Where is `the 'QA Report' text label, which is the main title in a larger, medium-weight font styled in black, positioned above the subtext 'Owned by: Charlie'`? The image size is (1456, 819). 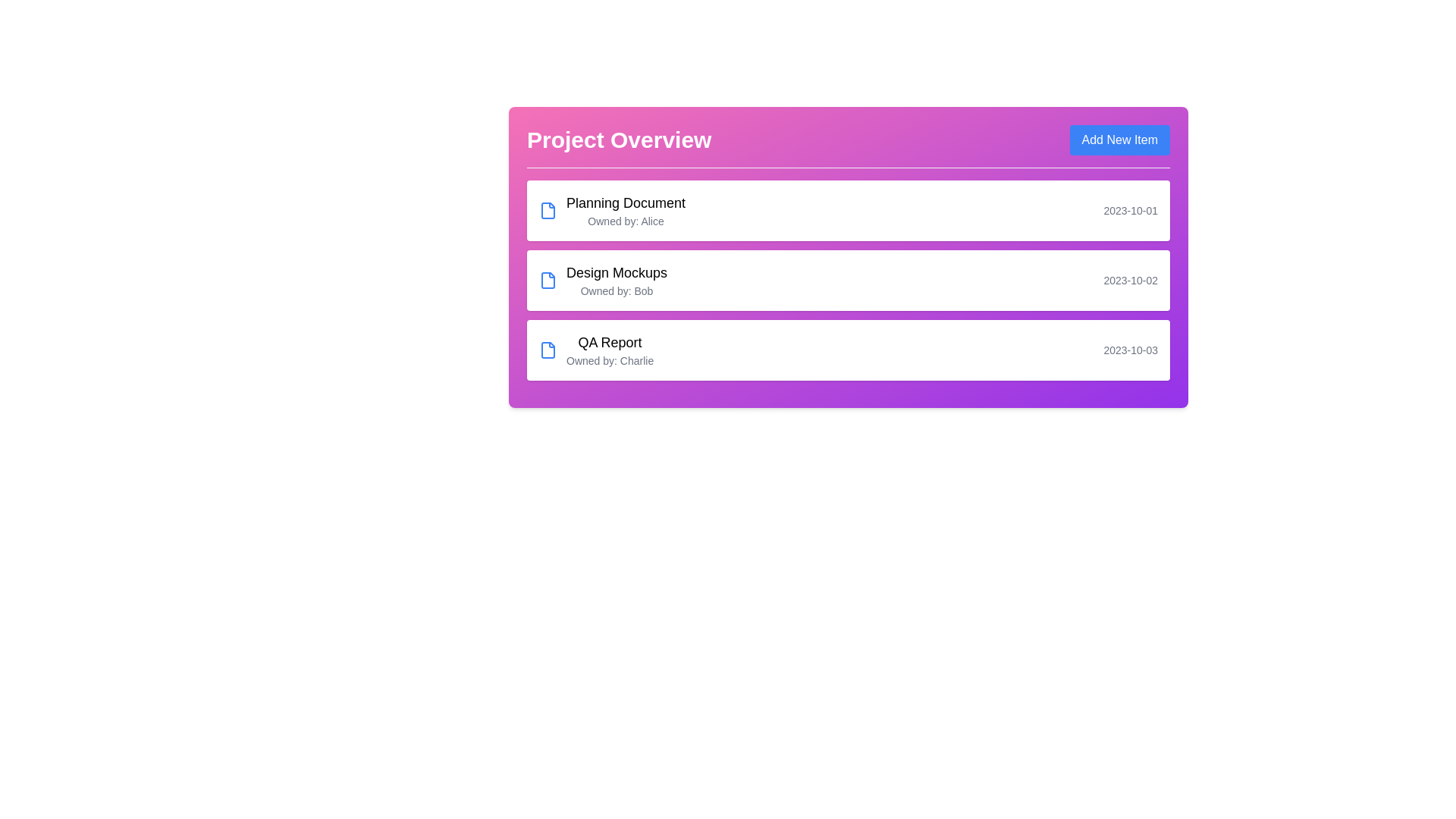 the 'QA Report' text label, which is the main title in a larger, medium-weight font styled in black, positioned above the subtext 'Owned by: Charlie' is located at coordinates (610, 342).